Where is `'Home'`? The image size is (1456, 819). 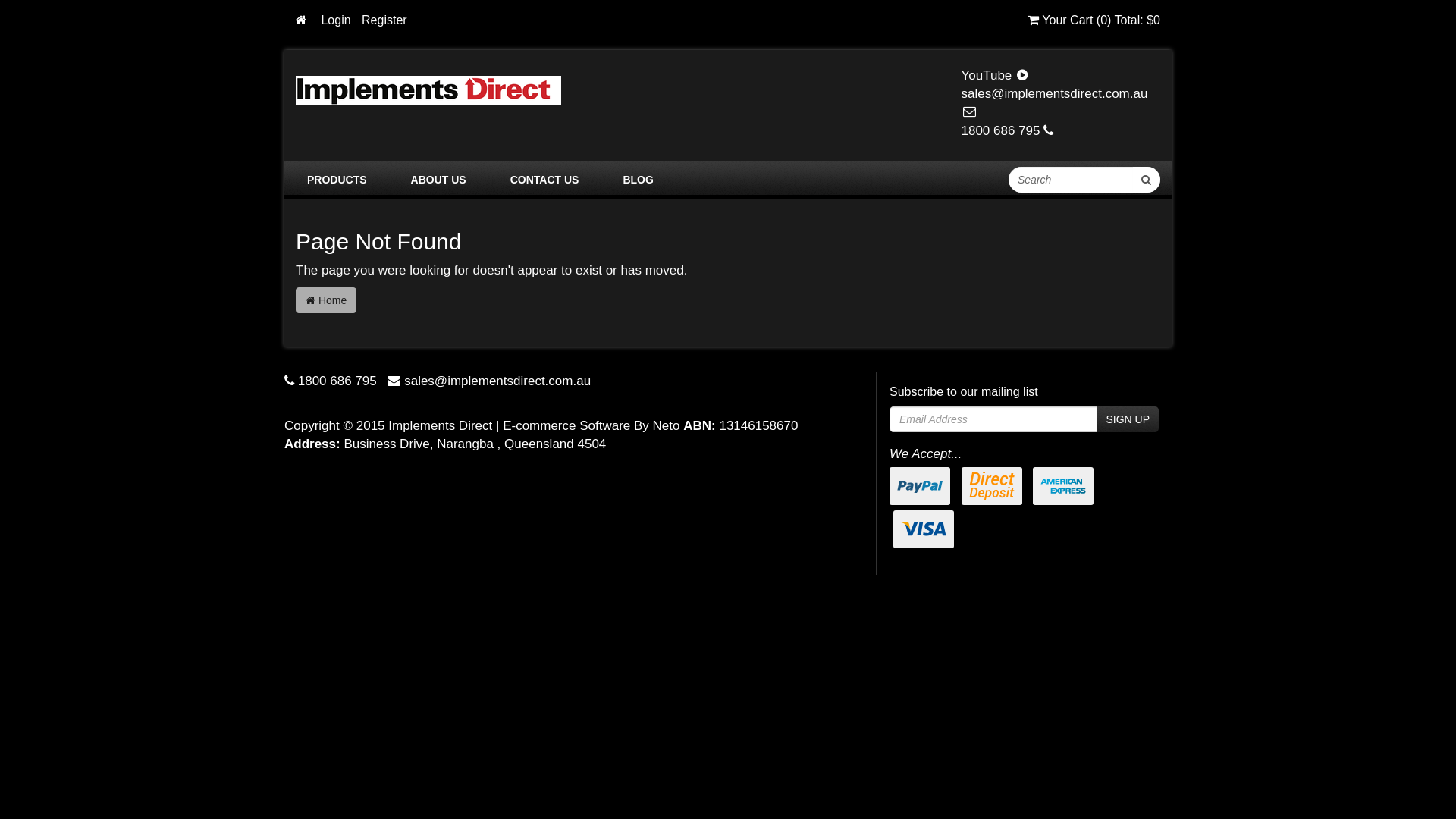
'Home' is located at coordinates (325, 300).